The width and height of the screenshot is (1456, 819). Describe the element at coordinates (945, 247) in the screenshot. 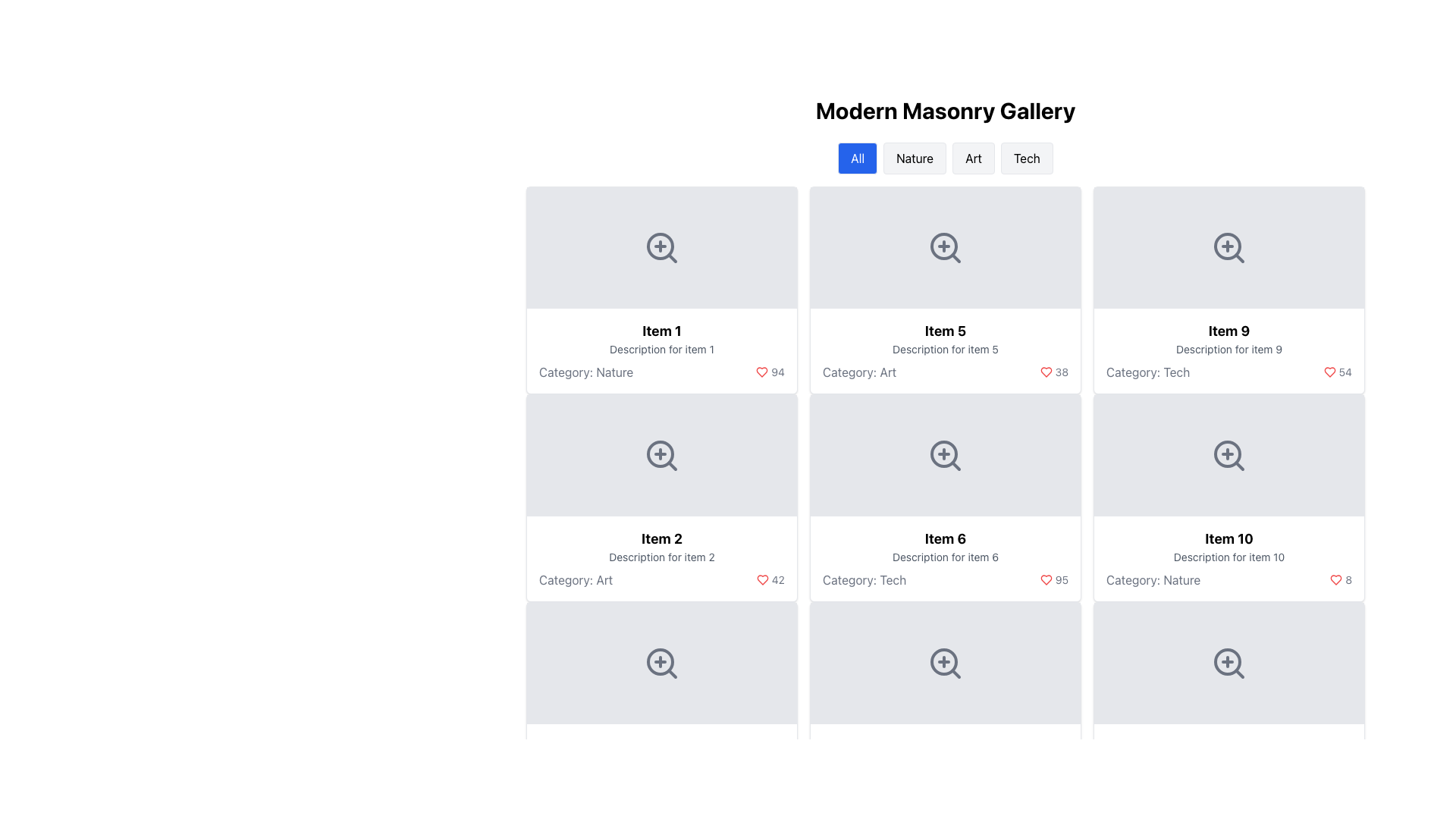

I see `the center of the magnifying glass icon with a plus sign located in the upper-center portion of the 'Item 5' card to zoom in` at that location.